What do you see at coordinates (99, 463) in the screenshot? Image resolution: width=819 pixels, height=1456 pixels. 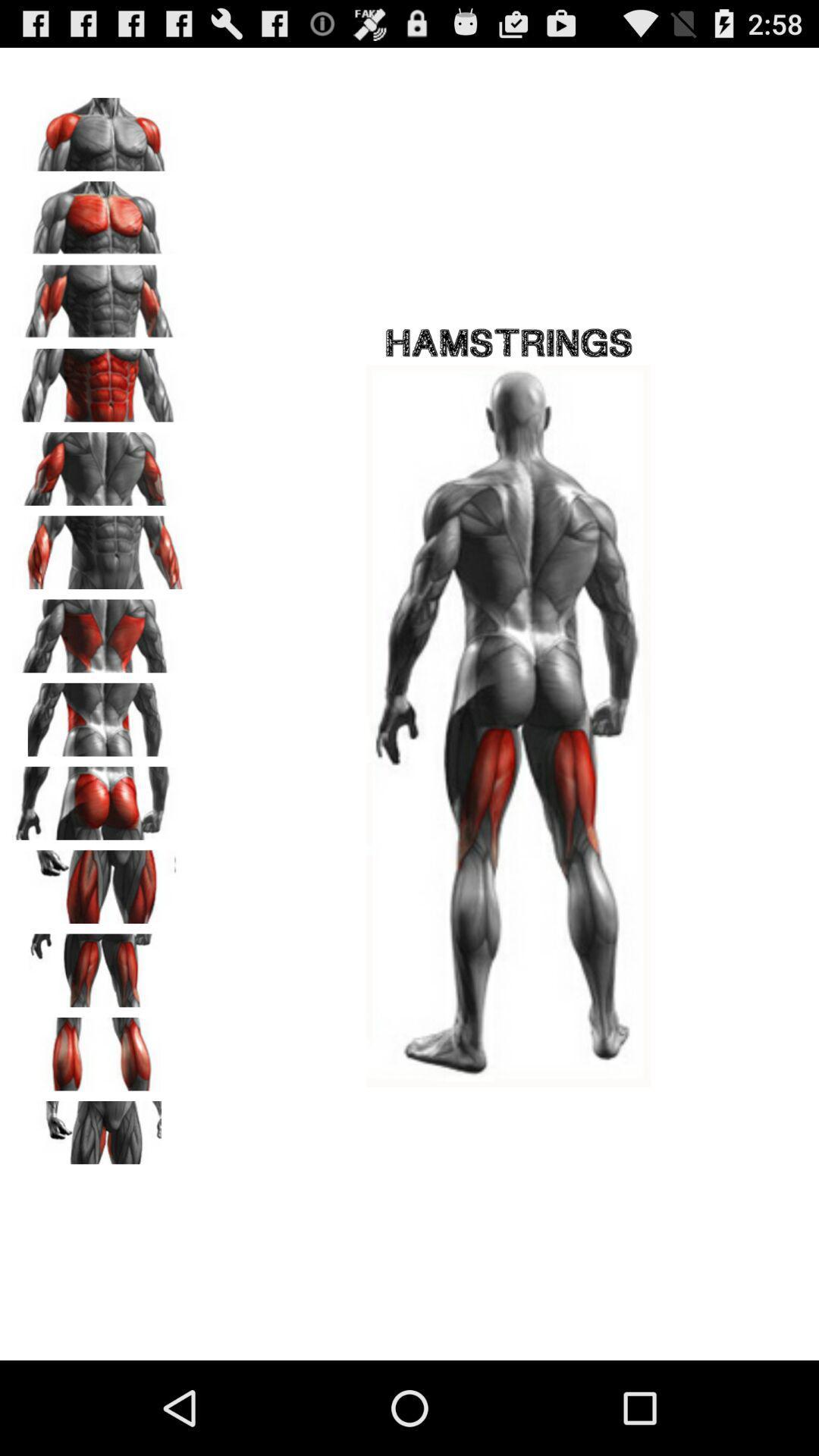 I see `triceps` at bounding box center [99, 463].